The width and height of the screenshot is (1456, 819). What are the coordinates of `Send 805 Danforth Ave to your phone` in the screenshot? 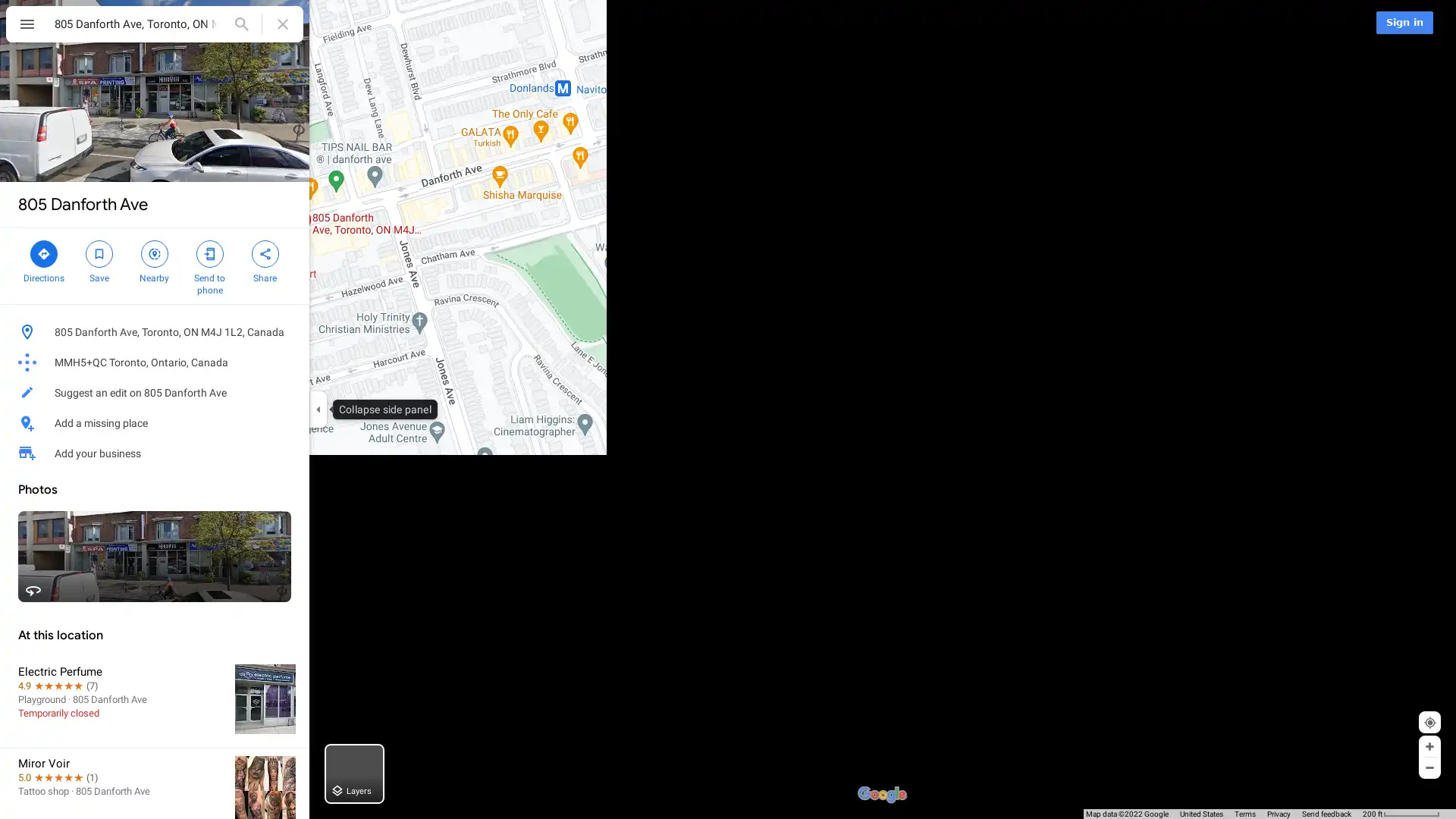 It's located at (209, 265).